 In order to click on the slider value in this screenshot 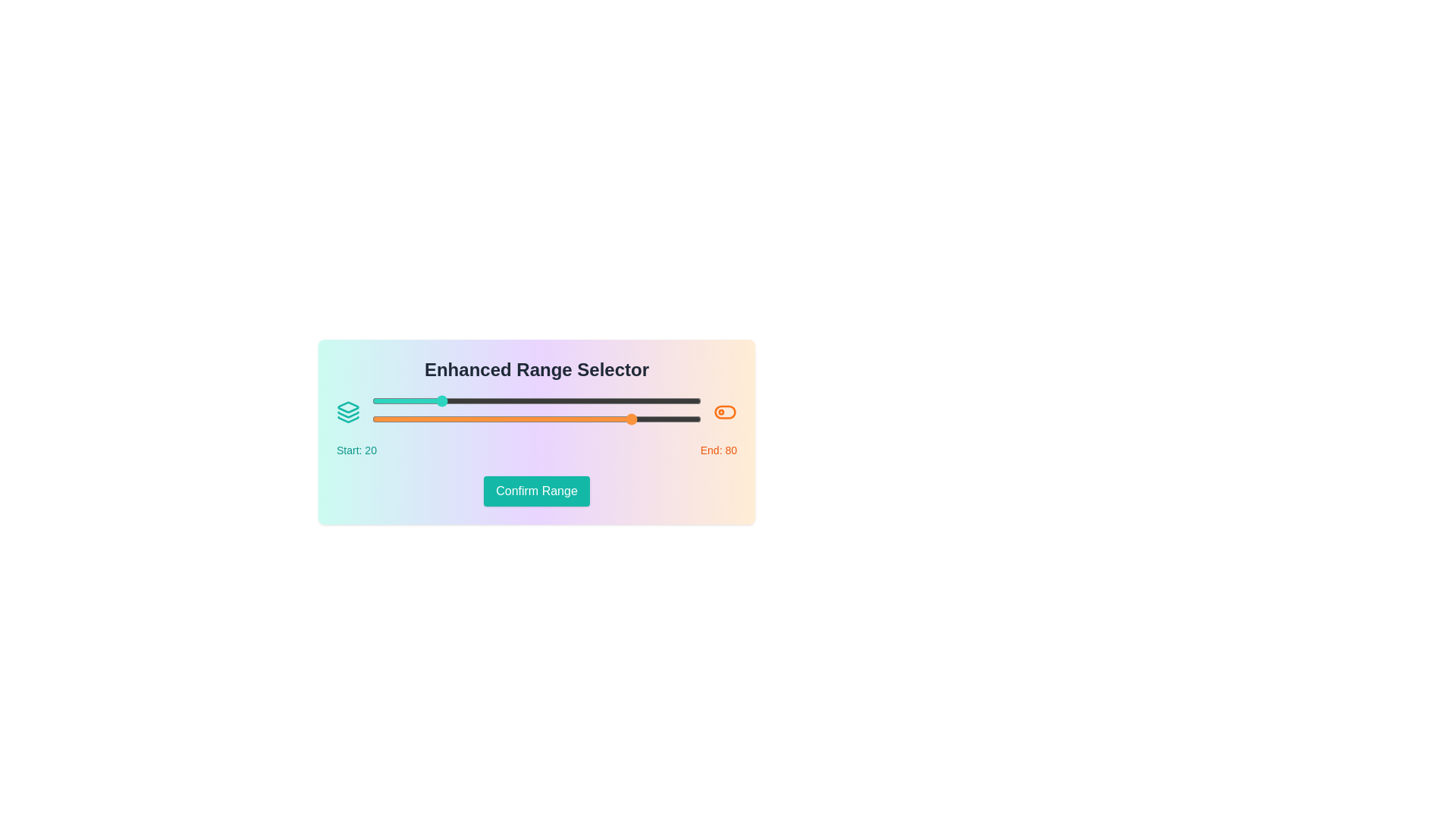, I will do `click(382, 419)`.